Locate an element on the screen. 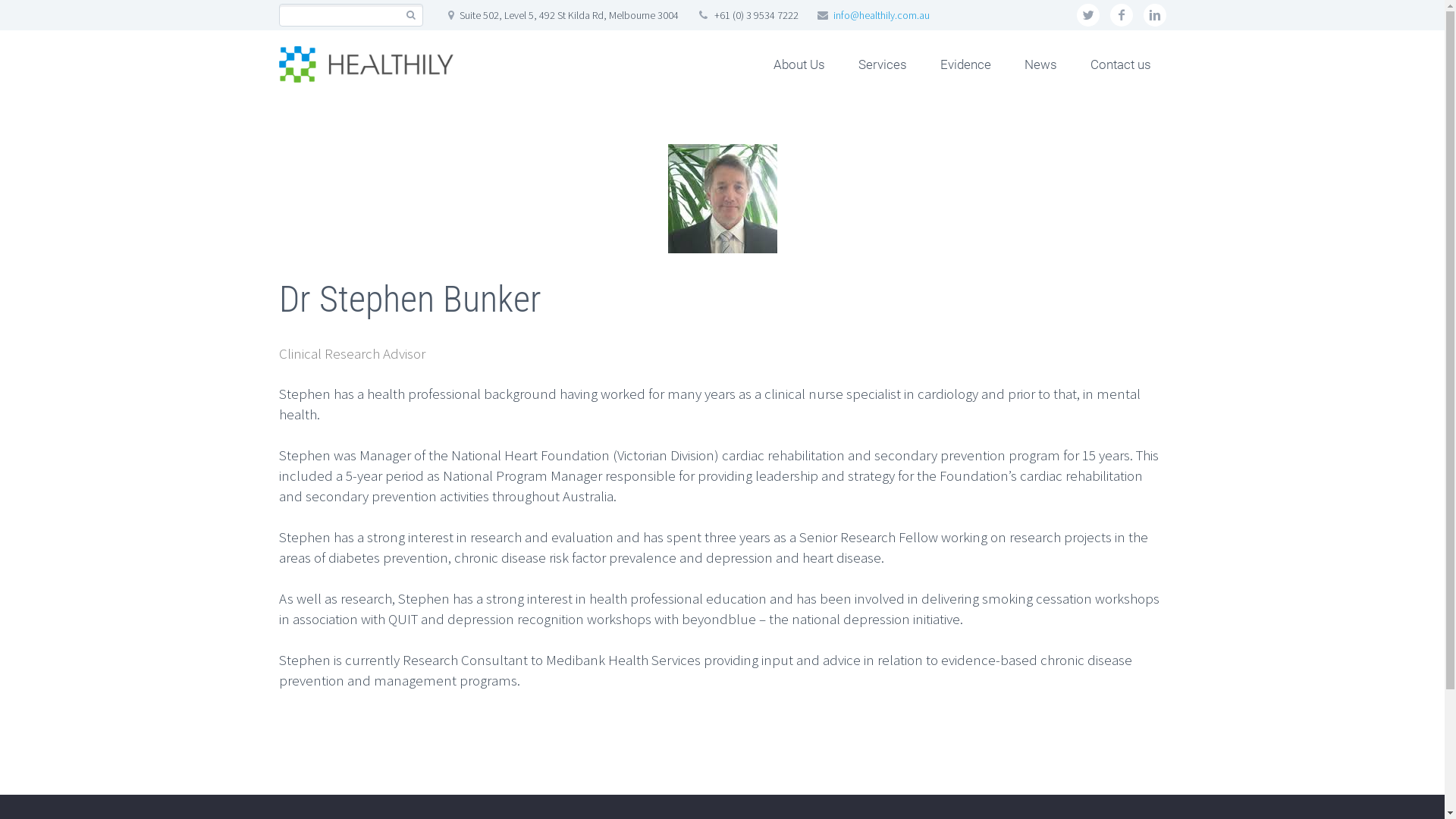 The image size is (1456, 819). 'twitter' is located at coordinates (1087, 14).